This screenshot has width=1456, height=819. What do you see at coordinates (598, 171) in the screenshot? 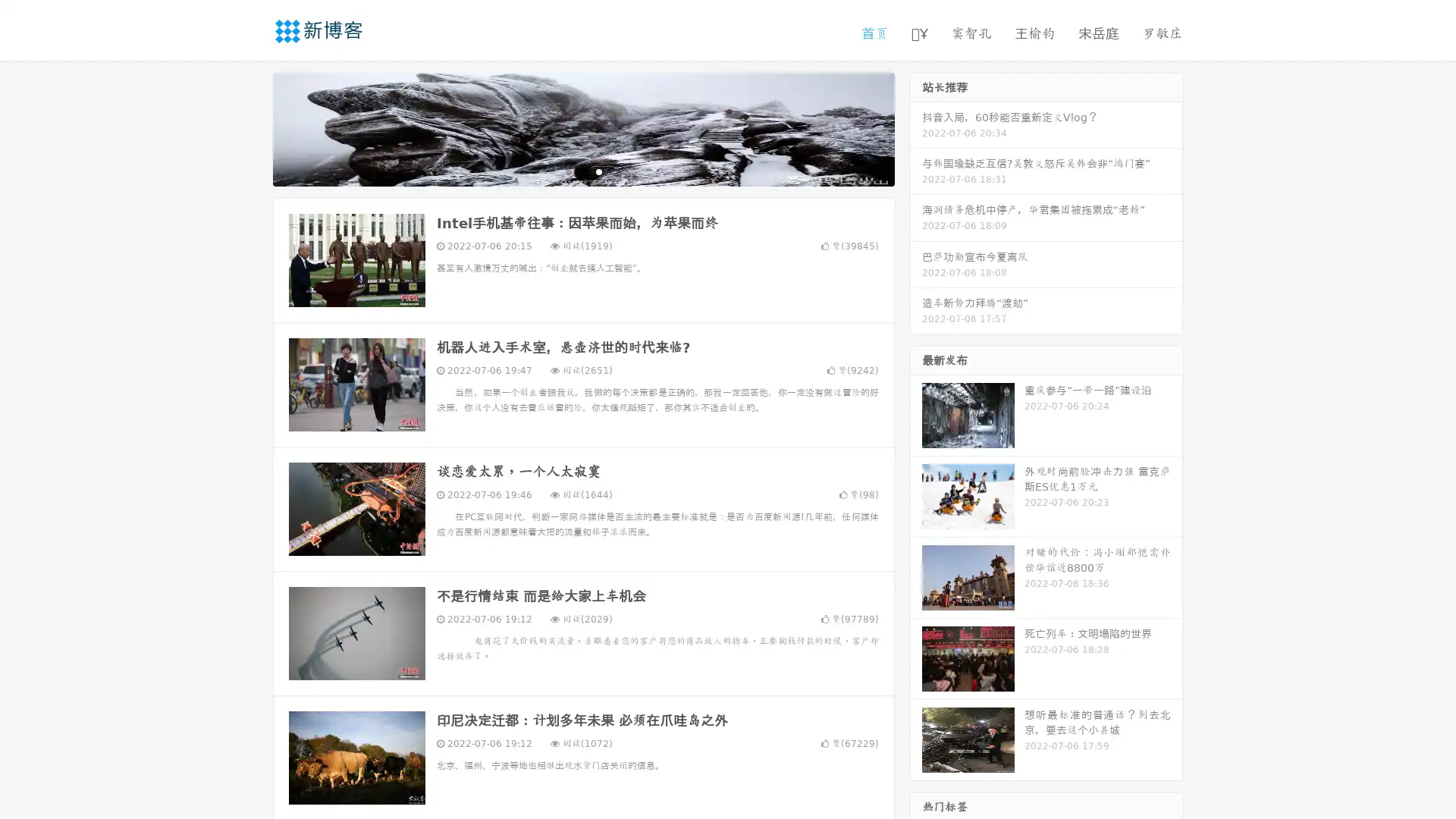
I see `Go to slide 3` at bounding box center [598, 171].